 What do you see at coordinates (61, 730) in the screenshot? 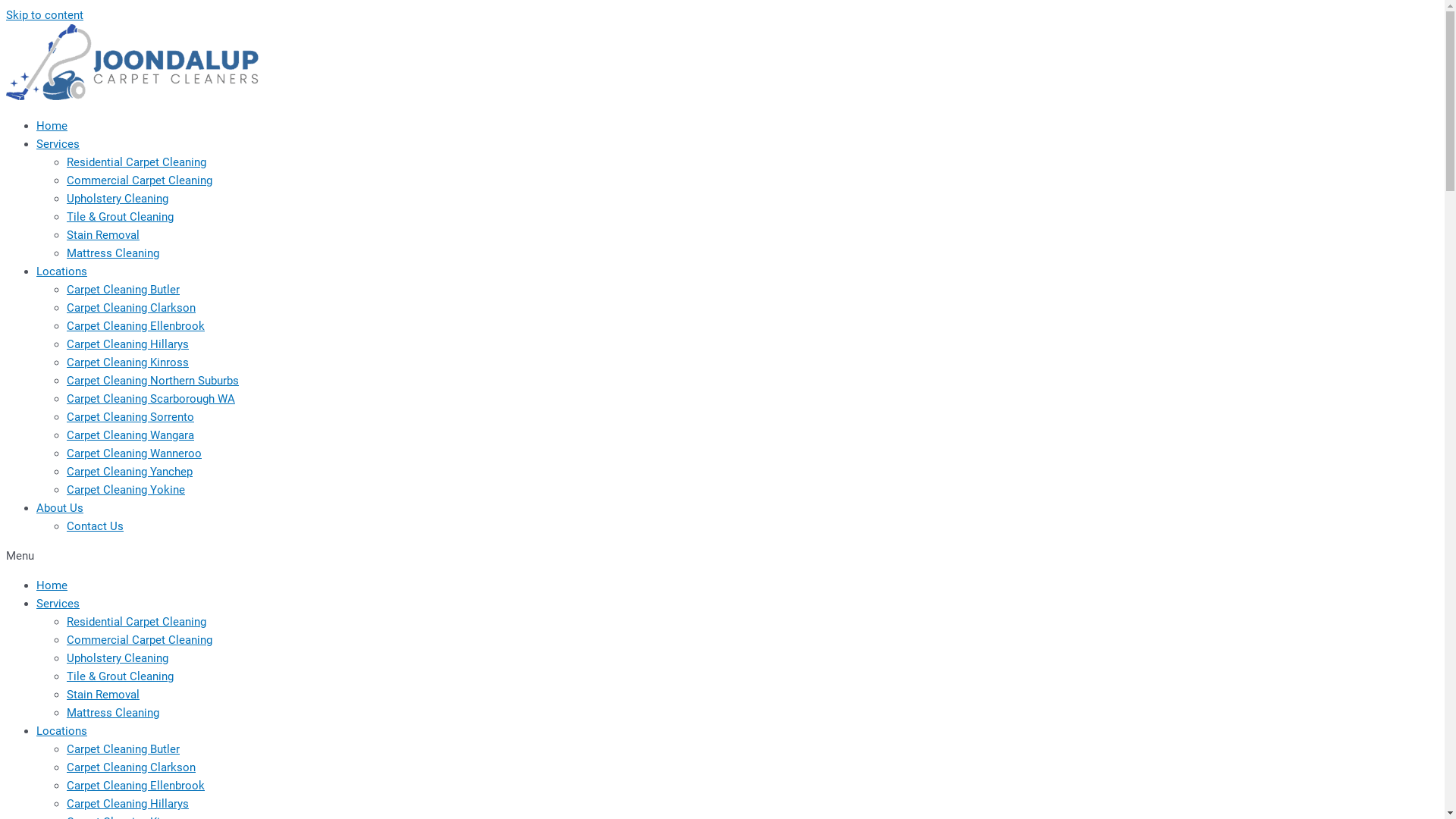
I see `'Locations'` at bounding box center [61, 730].